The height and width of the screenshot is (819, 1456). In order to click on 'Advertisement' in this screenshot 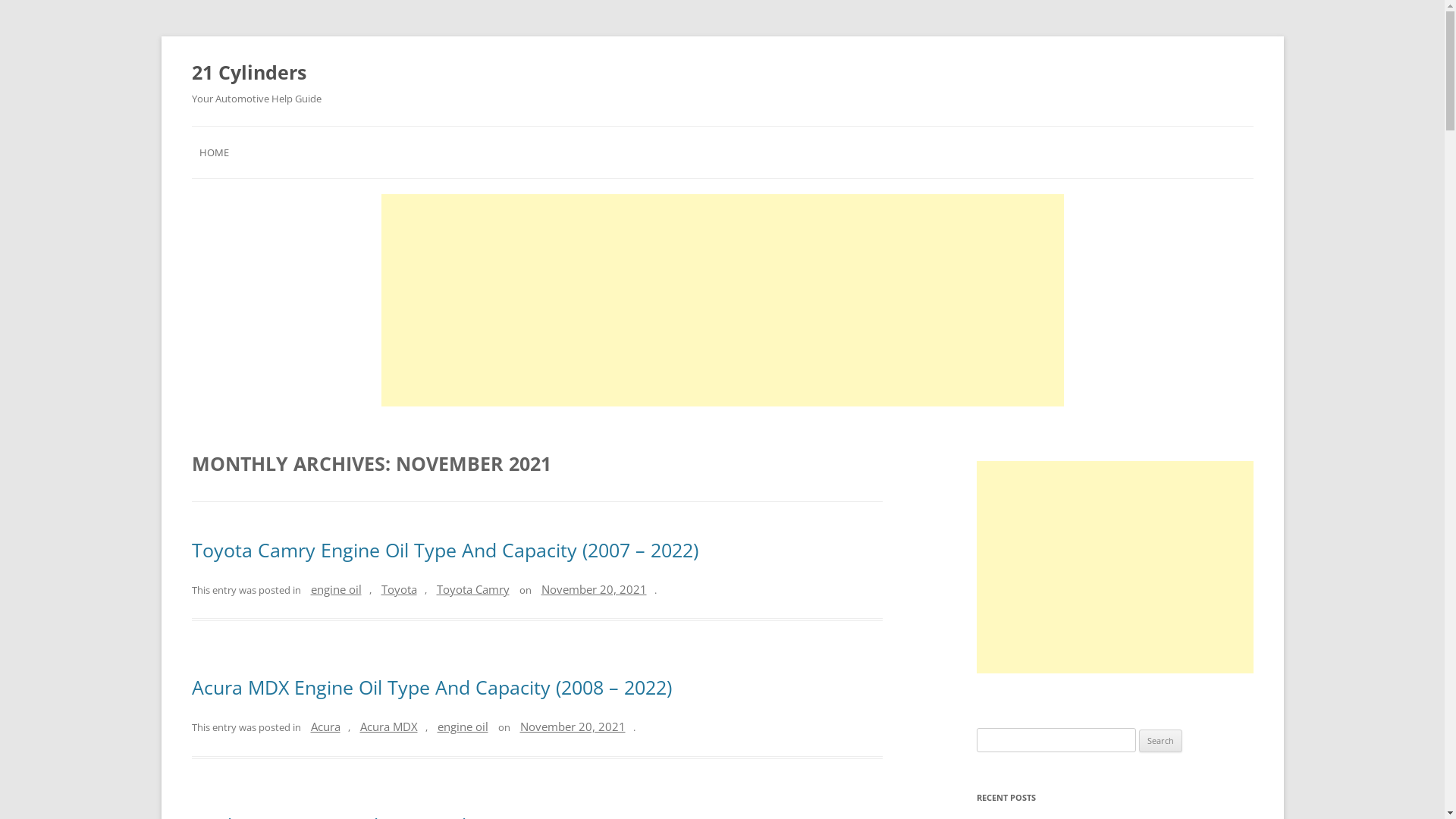, I will do `click(1115, 567)`.